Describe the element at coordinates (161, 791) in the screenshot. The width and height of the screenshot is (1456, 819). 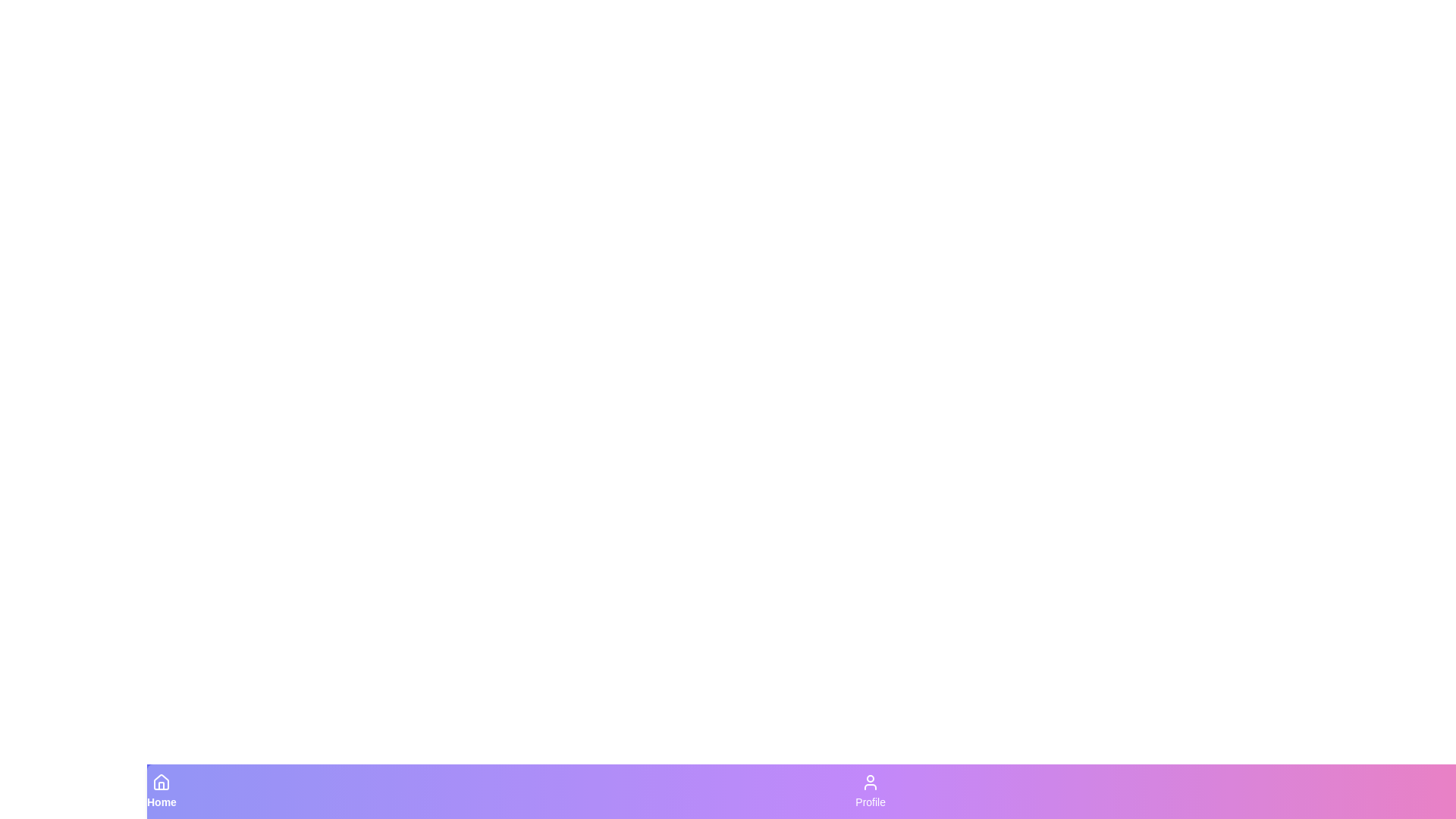
I see `the navigation item Home` at that location.